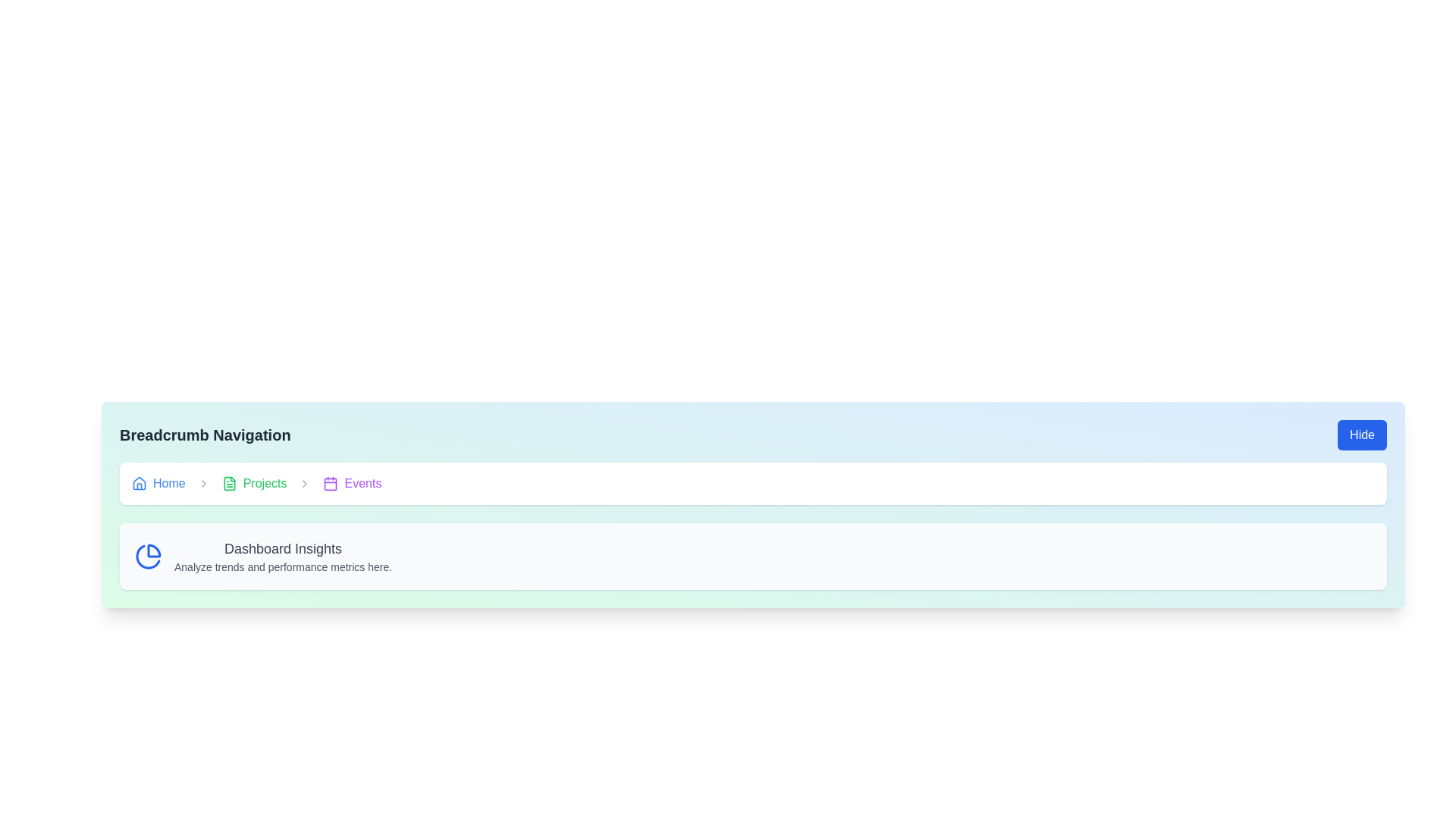 This screenshot has height=819, width=1456. What do you see at coordinates (228, 483) in the screenshot?
I see `the stylized file folder icon located next to the 'Projects' label in the breadcrumb navigation` at bounding box center [228, 483].